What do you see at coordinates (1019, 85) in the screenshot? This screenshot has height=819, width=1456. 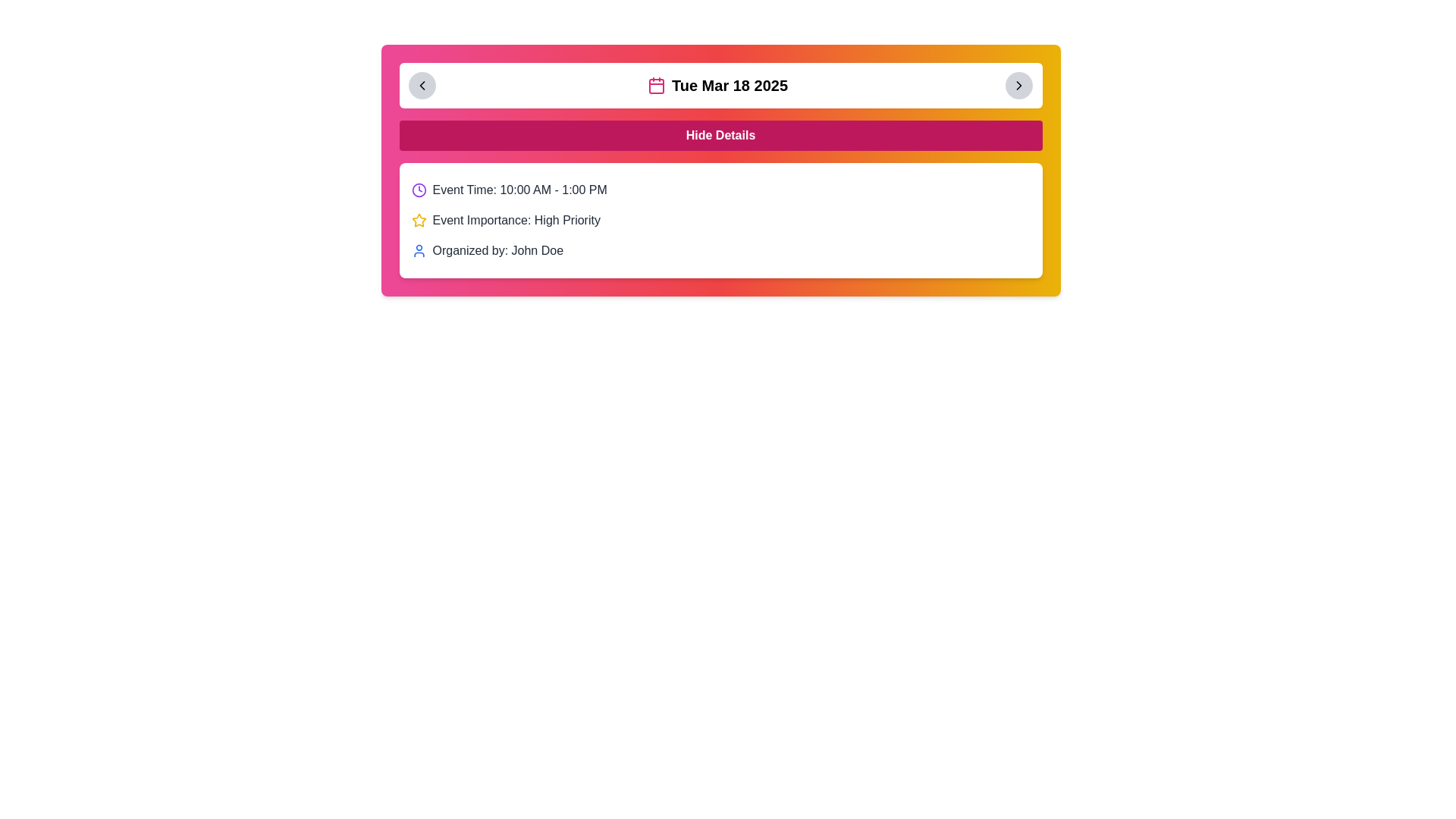 I see `the chevron-right SVG icon located inside the circular button at the top-right corner of the main content box, adjacent to the title 'Tue Mar 18 2025'` at bounding box center [1019, 85].